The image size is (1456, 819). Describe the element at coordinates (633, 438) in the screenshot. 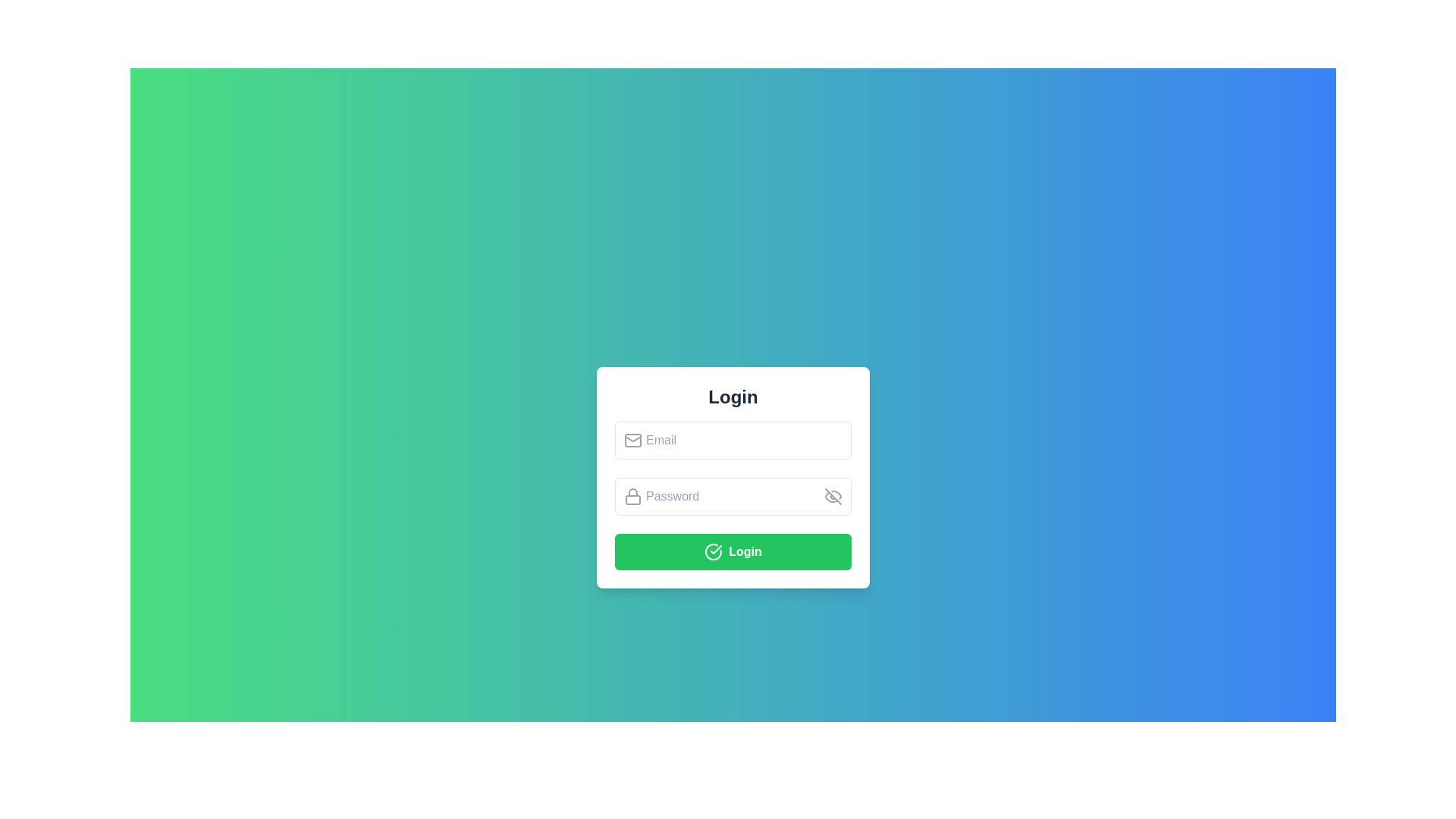

I see `the decorative email envelope icon located inside the SVG icon to the left of the email input textbox in the login form` at that location.